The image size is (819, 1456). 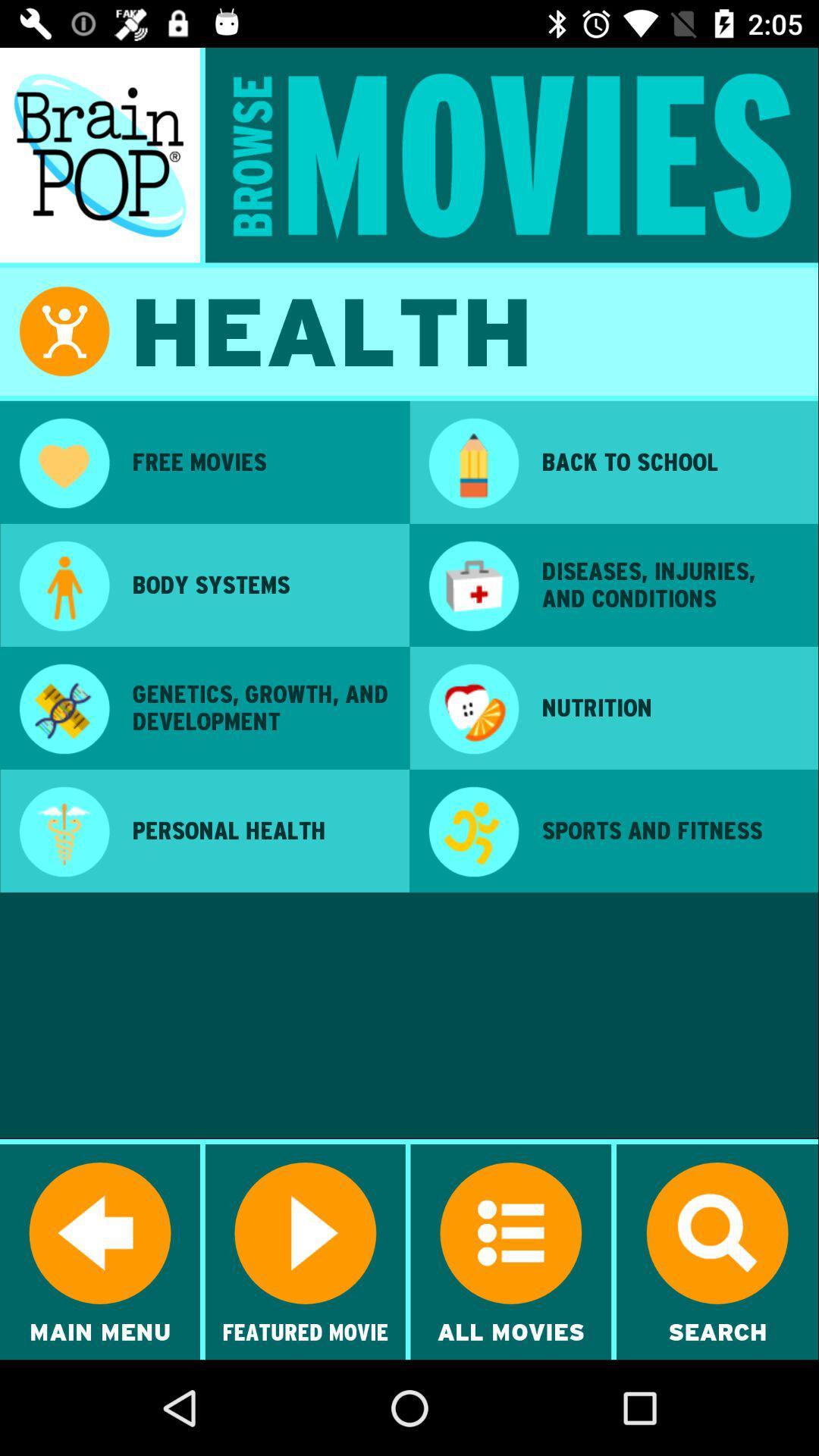 What do you see at coordinates (259, 707) in the screenshot?
I see `genetics growth and icon` at bounding box center [259, 707].